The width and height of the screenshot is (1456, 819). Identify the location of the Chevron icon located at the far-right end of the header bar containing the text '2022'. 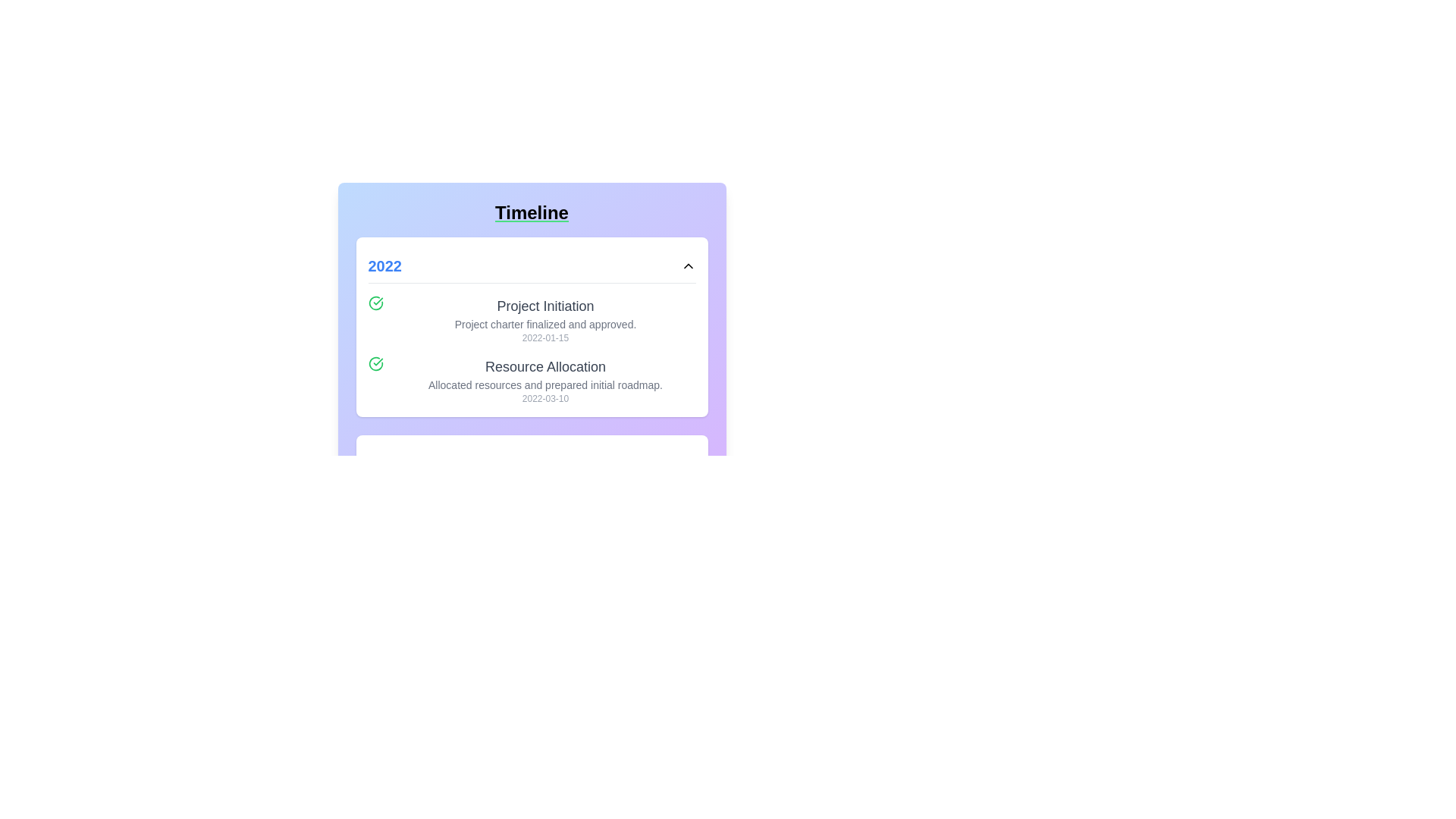
(687, 265).